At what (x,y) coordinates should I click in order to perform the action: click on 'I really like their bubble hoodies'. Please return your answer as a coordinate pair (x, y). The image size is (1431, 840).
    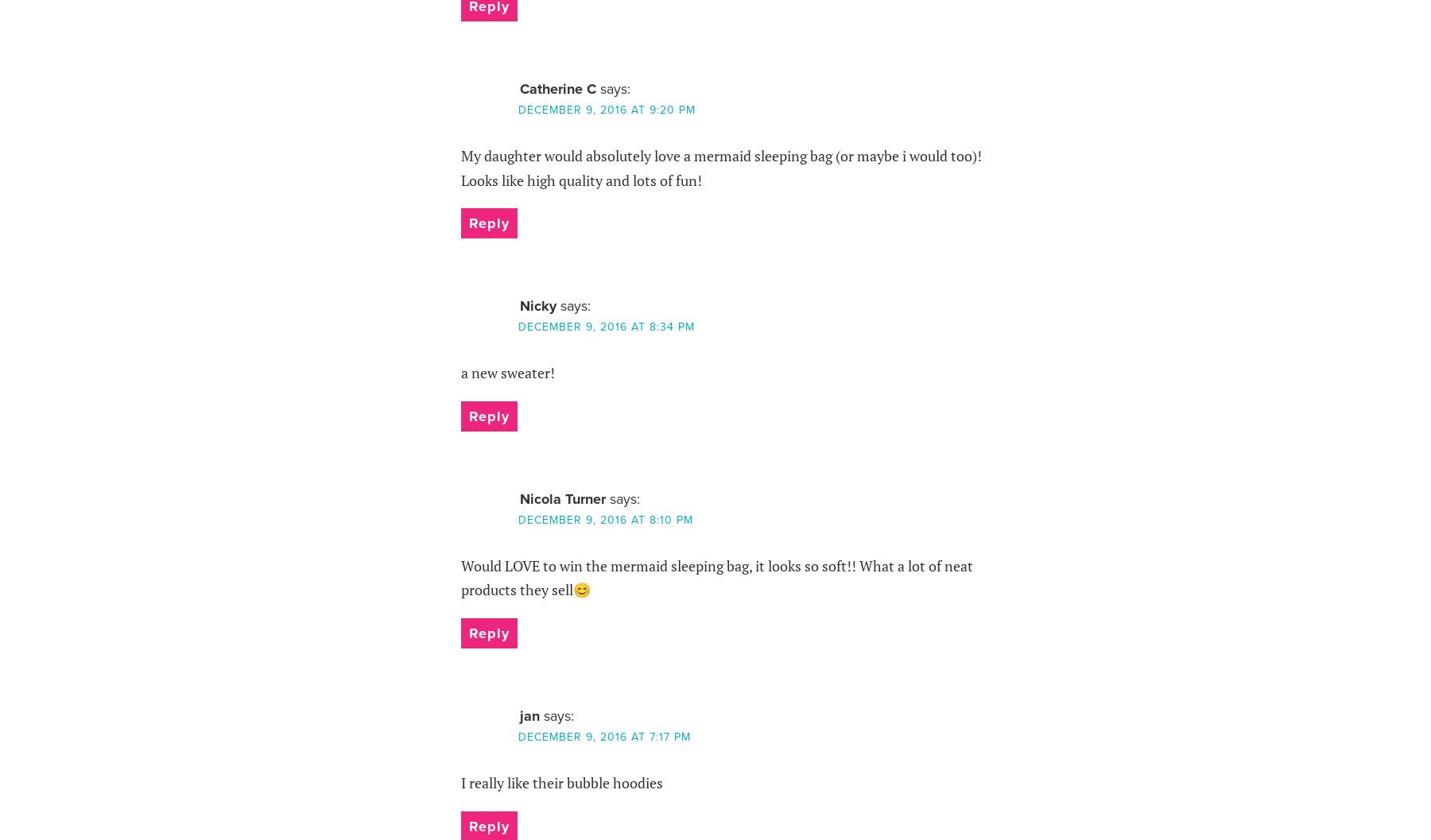
    Looking at the image, I should click on (560, 782).